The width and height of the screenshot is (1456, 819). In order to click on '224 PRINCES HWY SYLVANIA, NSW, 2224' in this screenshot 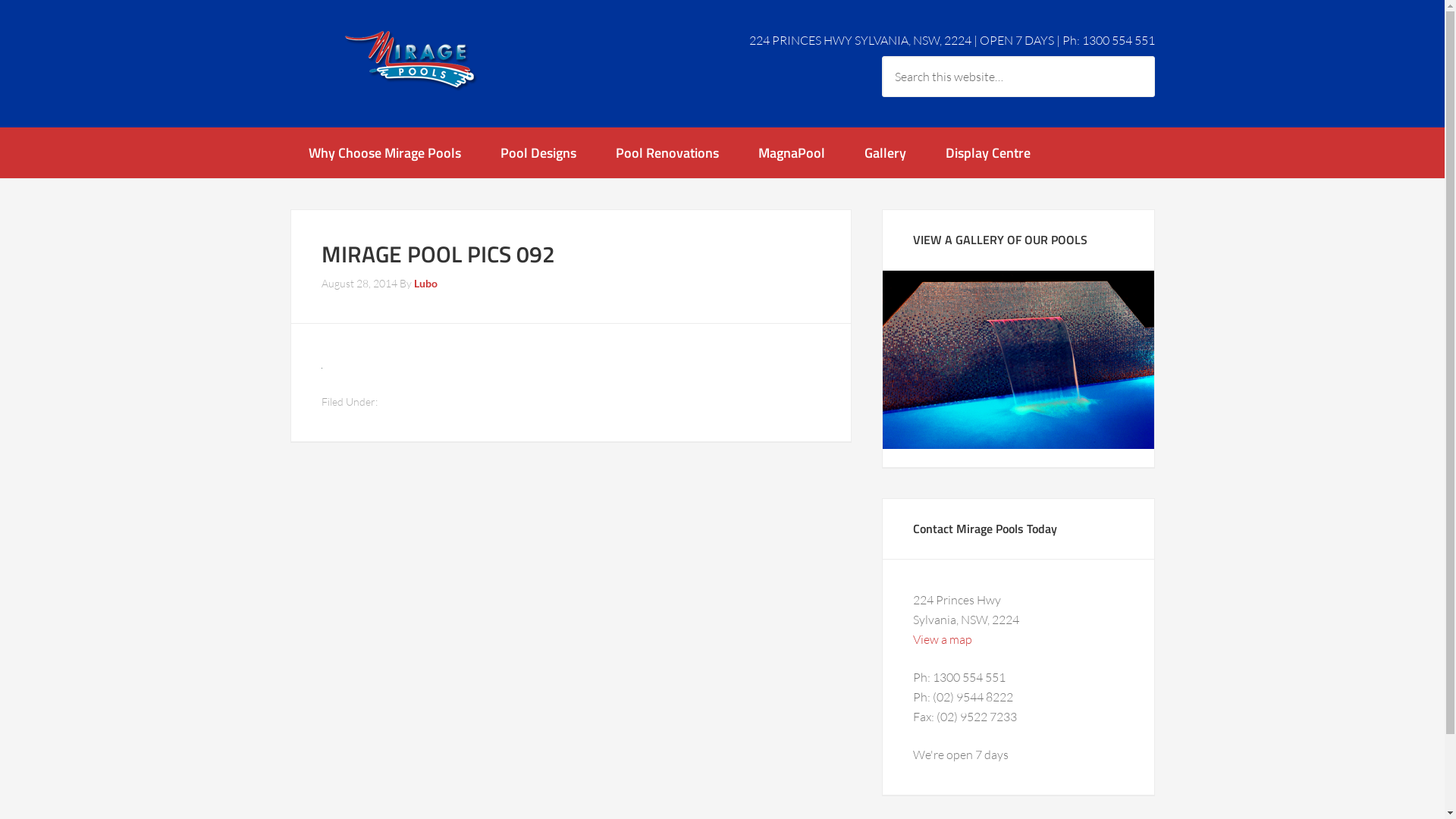, I will do `click(860, 39)`.